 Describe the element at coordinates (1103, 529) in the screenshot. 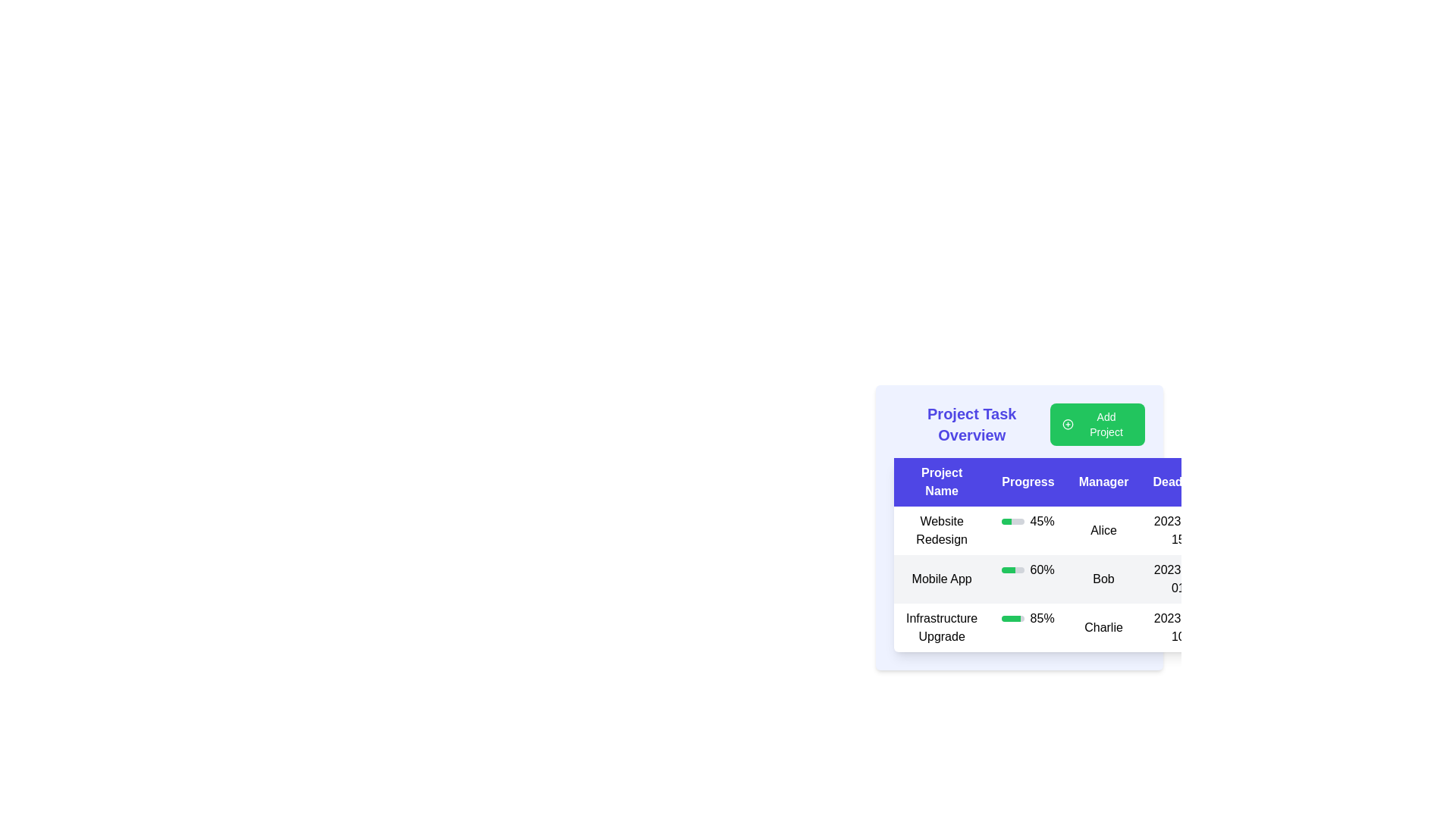

I see `text label indicating the manager assigned to the project 'Website Redesign', located in the third column of the data table in the second row` at that location.